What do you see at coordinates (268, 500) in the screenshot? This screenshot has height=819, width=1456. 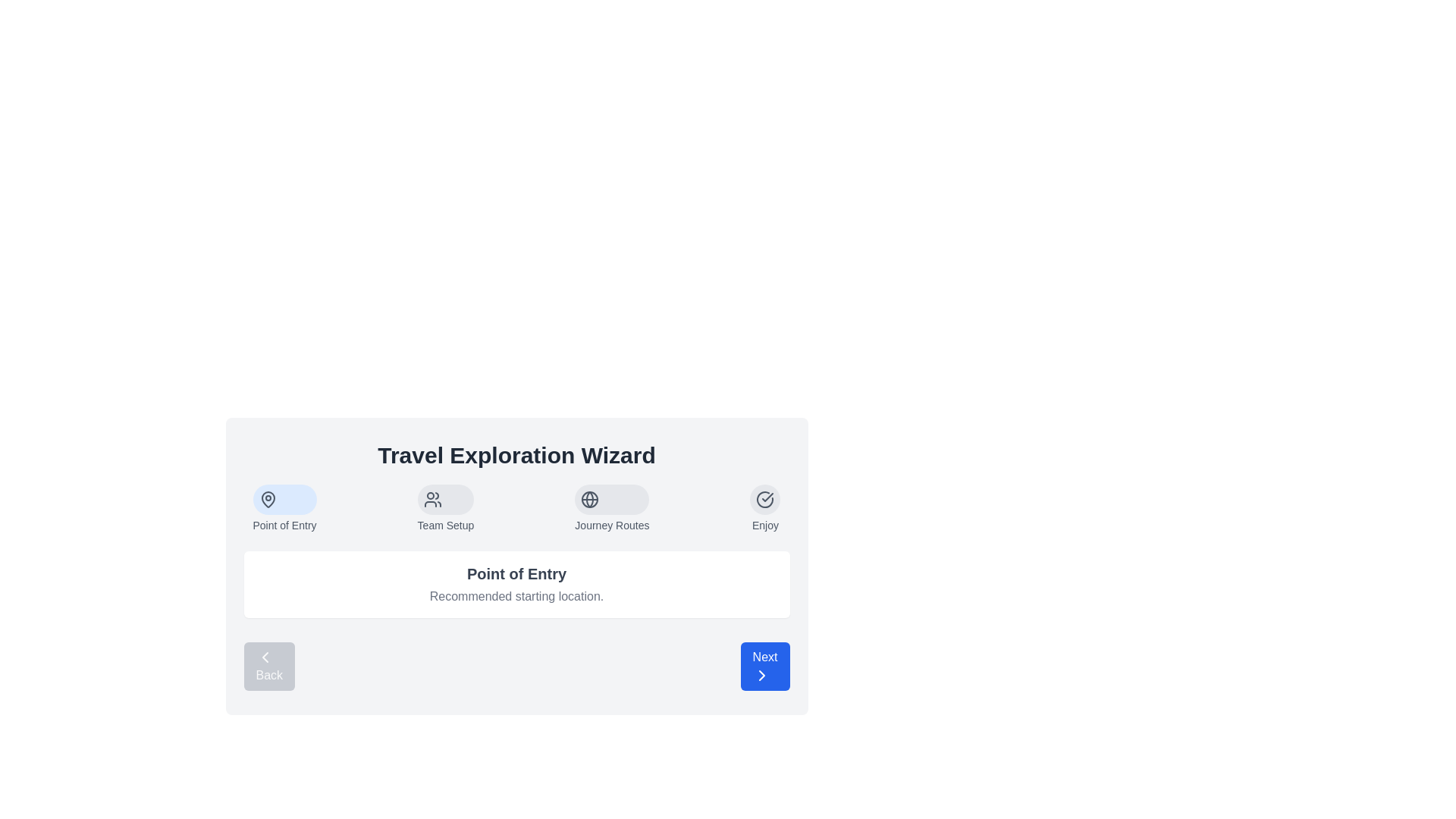 I see `the map marker icon representing the 'Point of Entry' step in the Travel Exploration Wizard` at bounding box center [268, 500].